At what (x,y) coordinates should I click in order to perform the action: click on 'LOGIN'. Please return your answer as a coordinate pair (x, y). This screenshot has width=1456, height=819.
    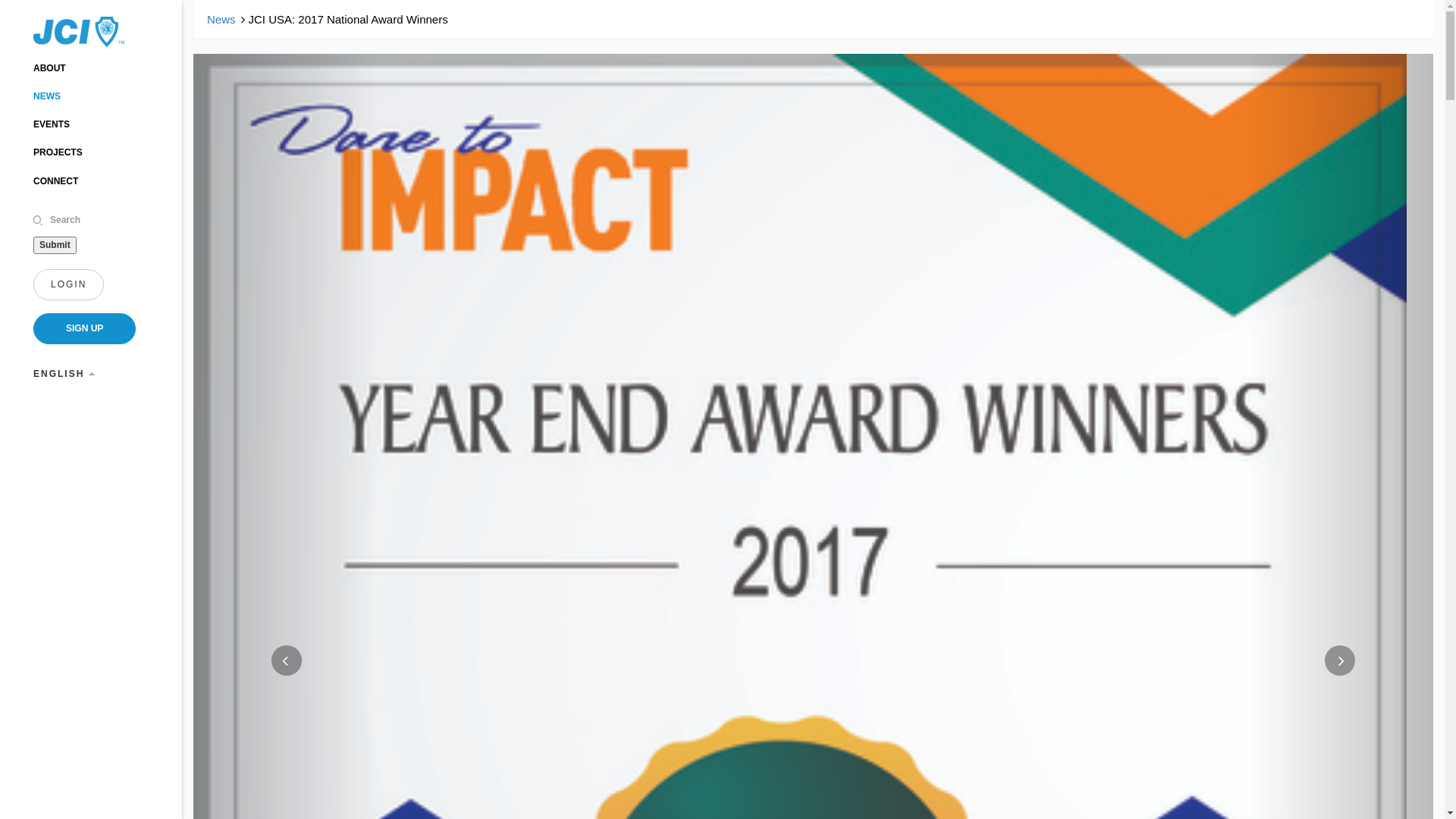
    Looking at the image, I should click on (67, 284).